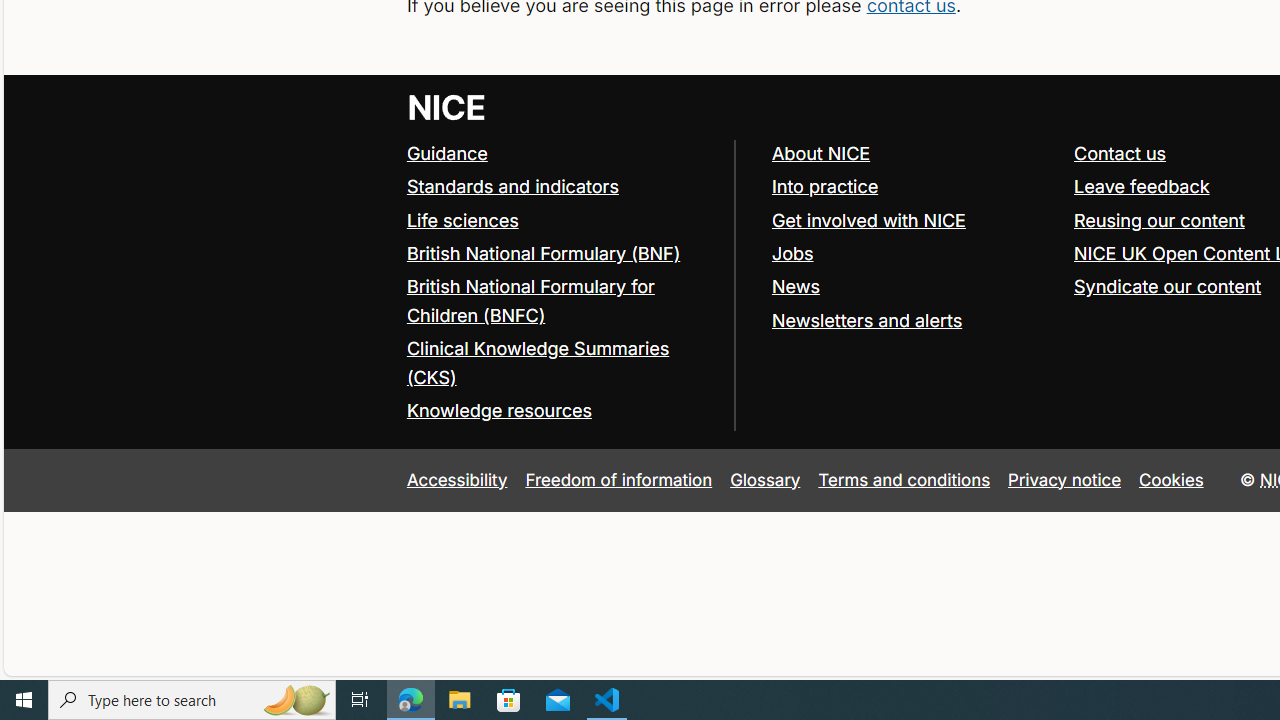 The height and width of the screenshot is (720, 1280). Describe the element at coordinates (617, 479) in the screenshot. I see `'Freedom of information'` at that location.